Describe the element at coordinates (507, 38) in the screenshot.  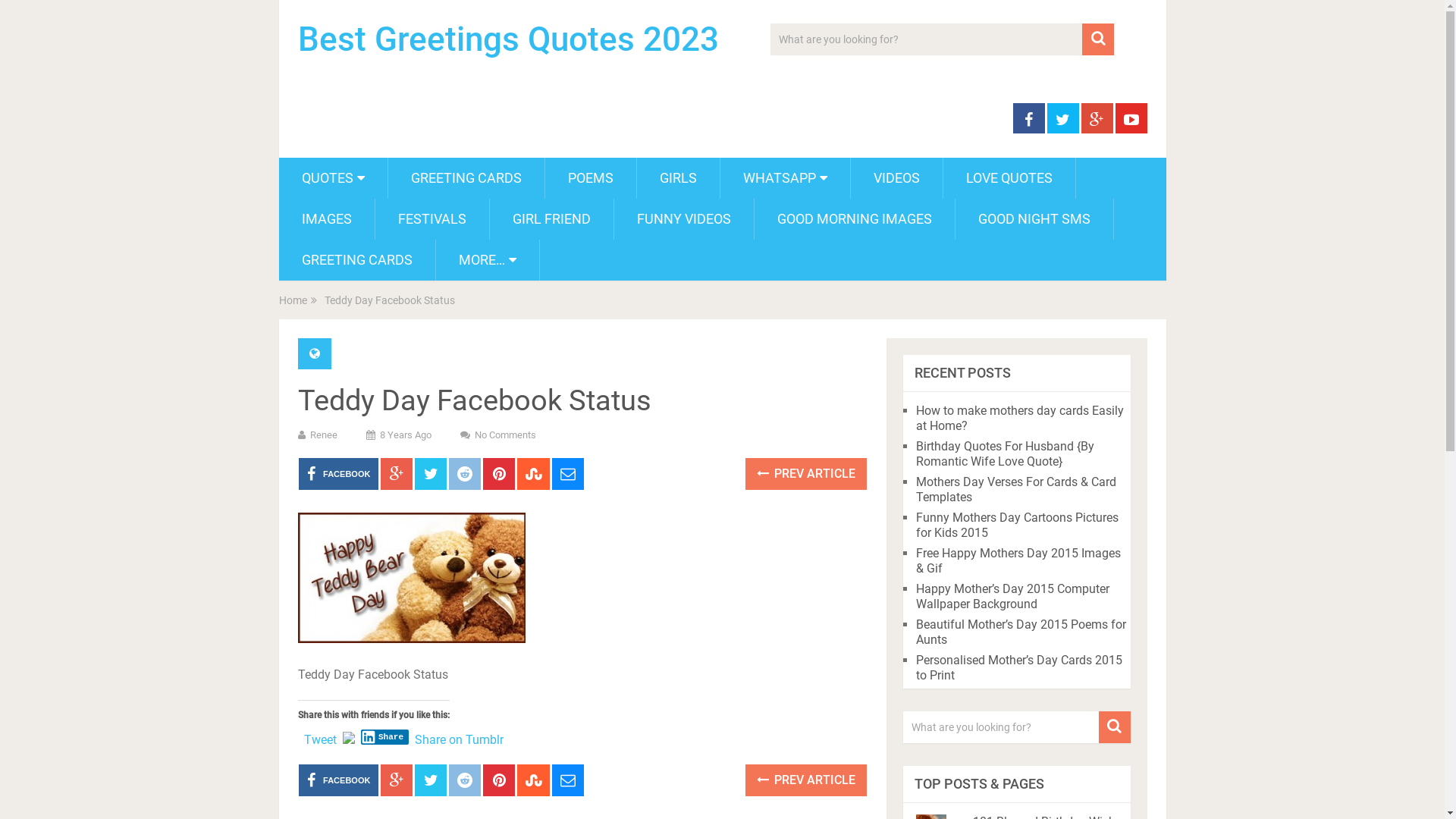
I see `'Best Greetings Quotes 2023'` at that location.